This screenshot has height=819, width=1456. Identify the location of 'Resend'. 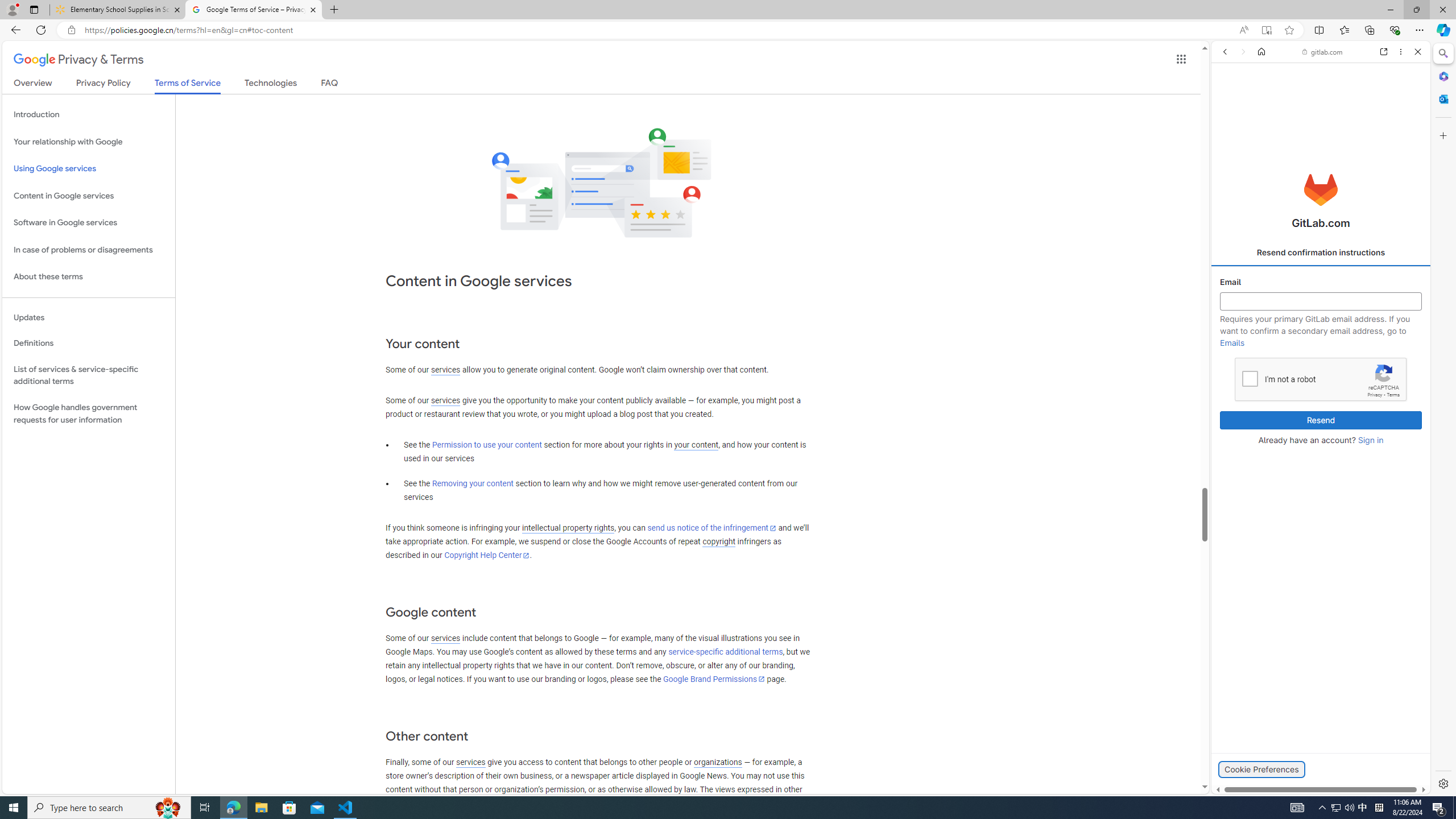
(1321, 420).